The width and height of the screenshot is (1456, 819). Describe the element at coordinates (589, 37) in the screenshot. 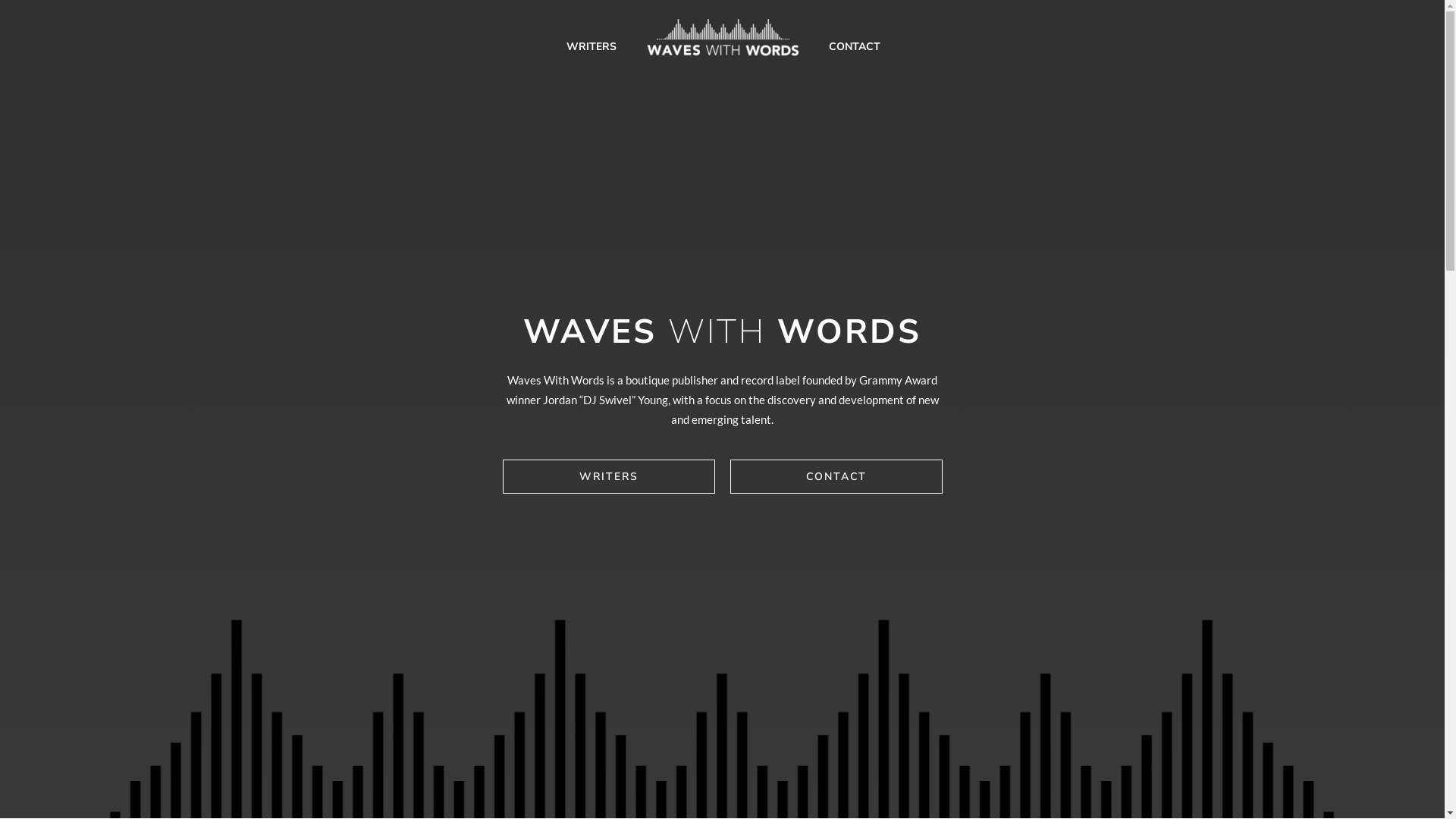

I see `'WRITERS'` at that location.